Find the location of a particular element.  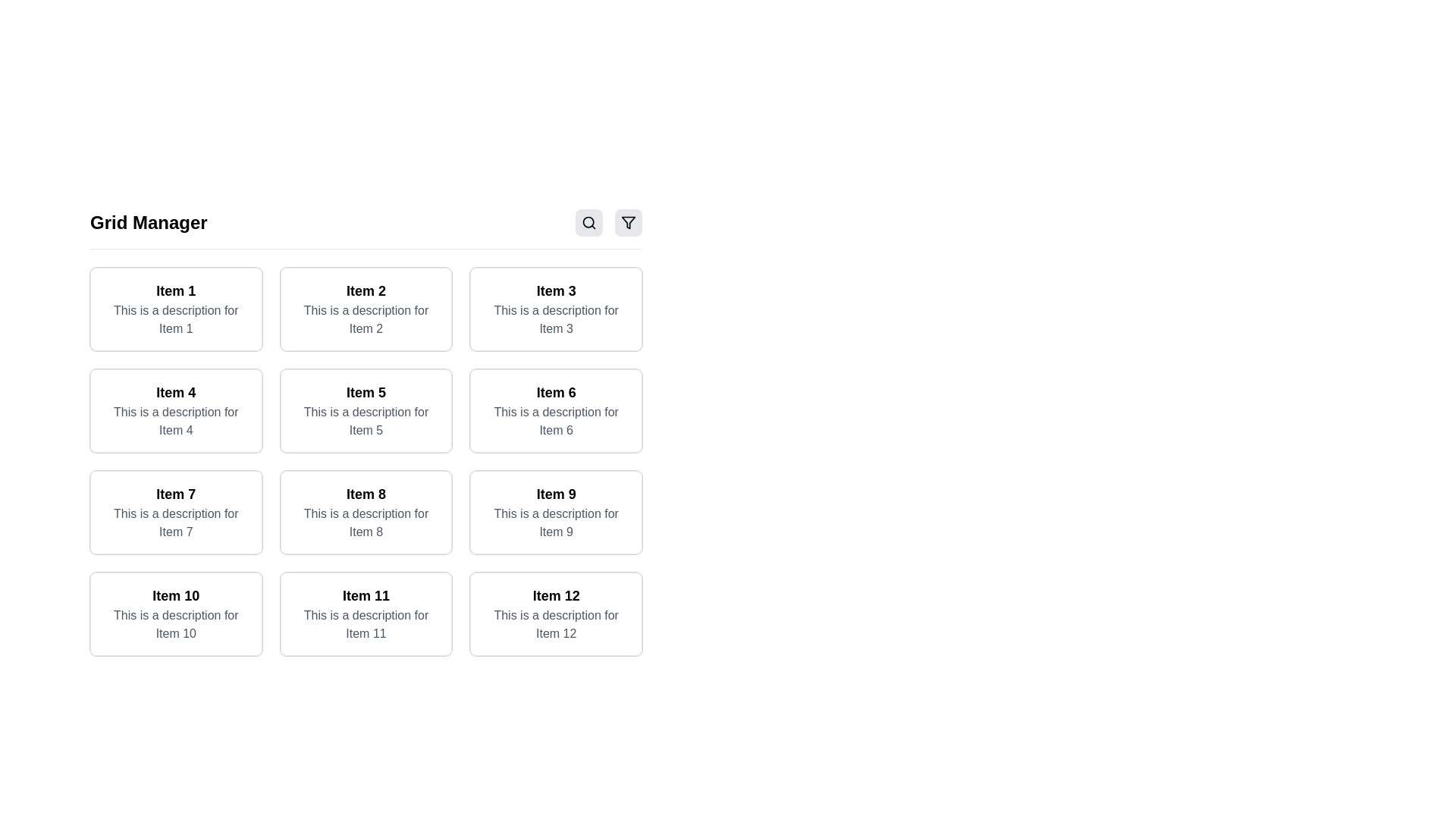

the Display card located in the second row, first column of the grid layout, which showcases the title and description of an entity is located at coordinates (175, 411).